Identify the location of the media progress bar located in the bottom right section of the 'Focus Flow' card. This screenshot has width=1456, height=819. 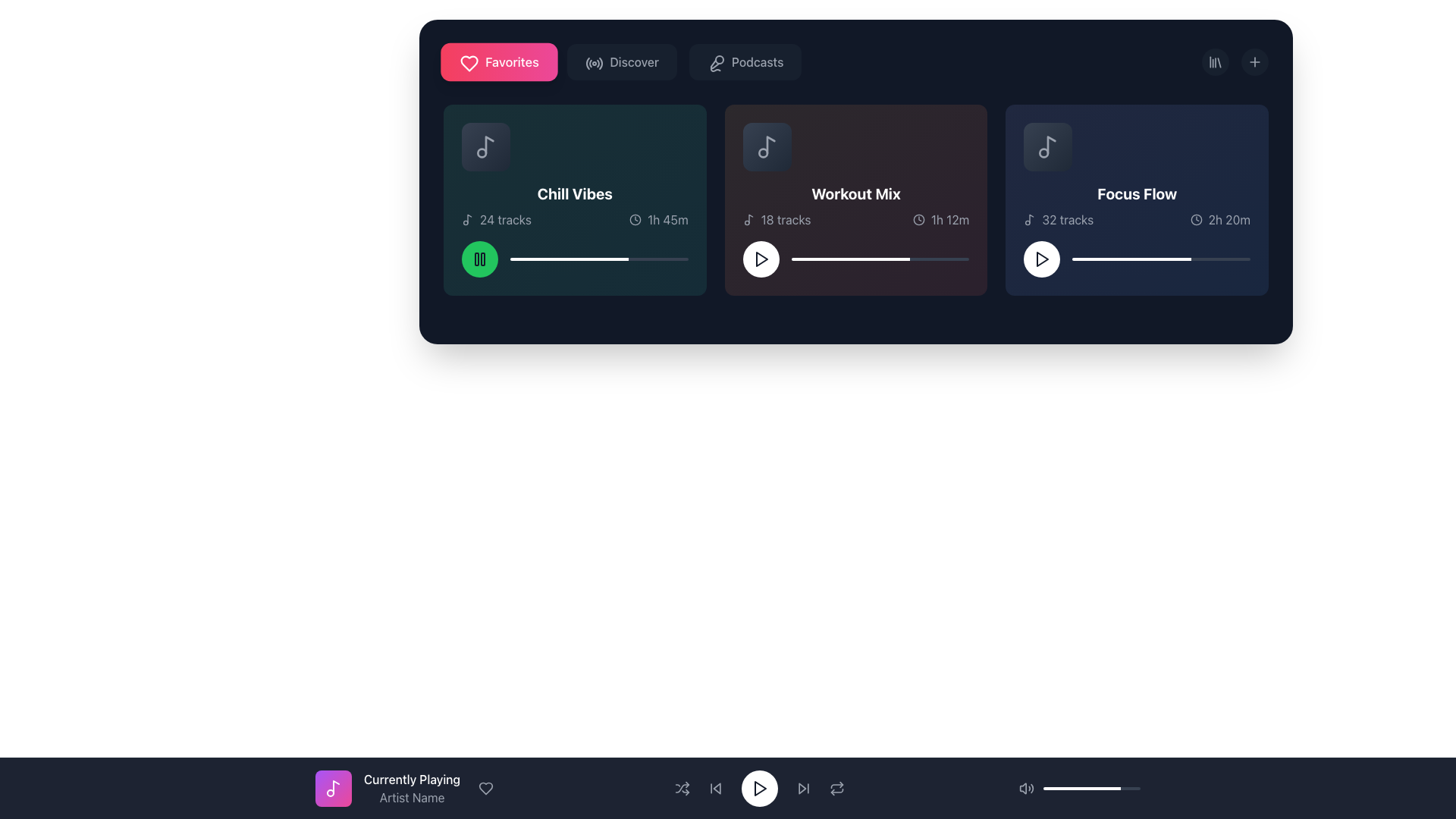
(1137, 259).